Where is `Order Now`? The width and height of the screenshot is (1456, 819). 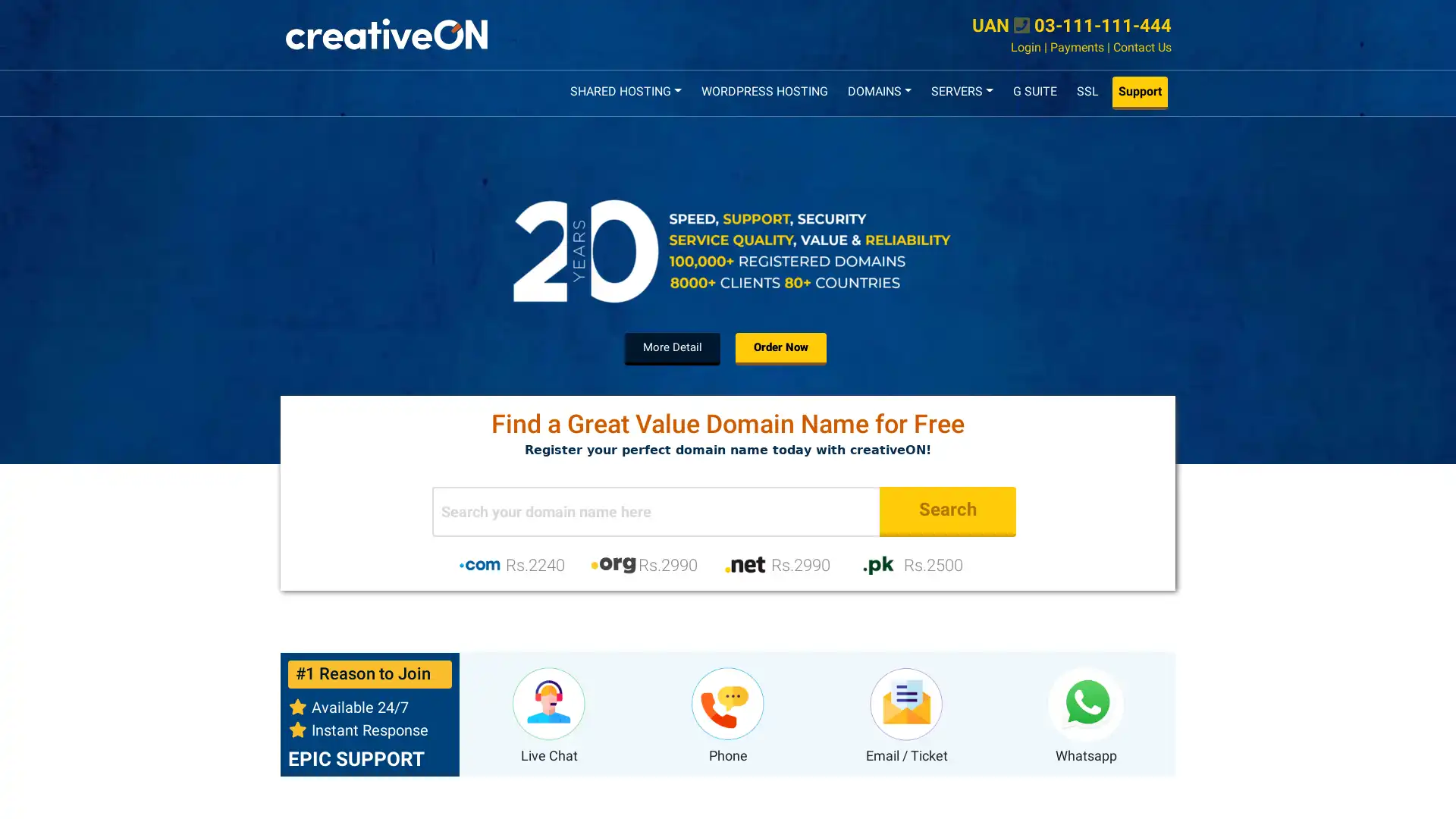 Order Now is located at coordinates (781, 348).